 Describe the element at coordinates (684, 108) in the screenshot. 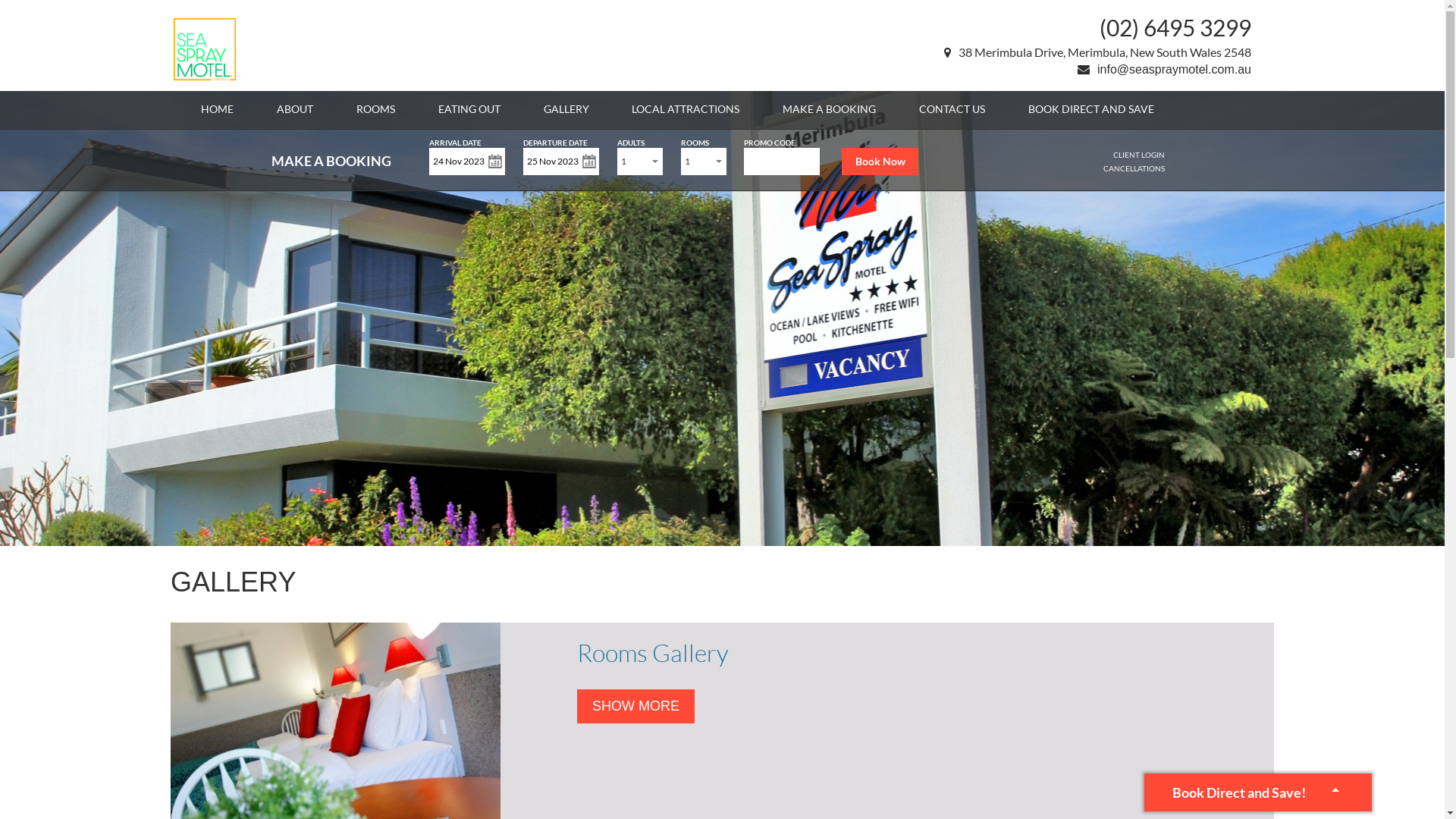

I see `'LOCAL ATTRACTIONS'` at that location.